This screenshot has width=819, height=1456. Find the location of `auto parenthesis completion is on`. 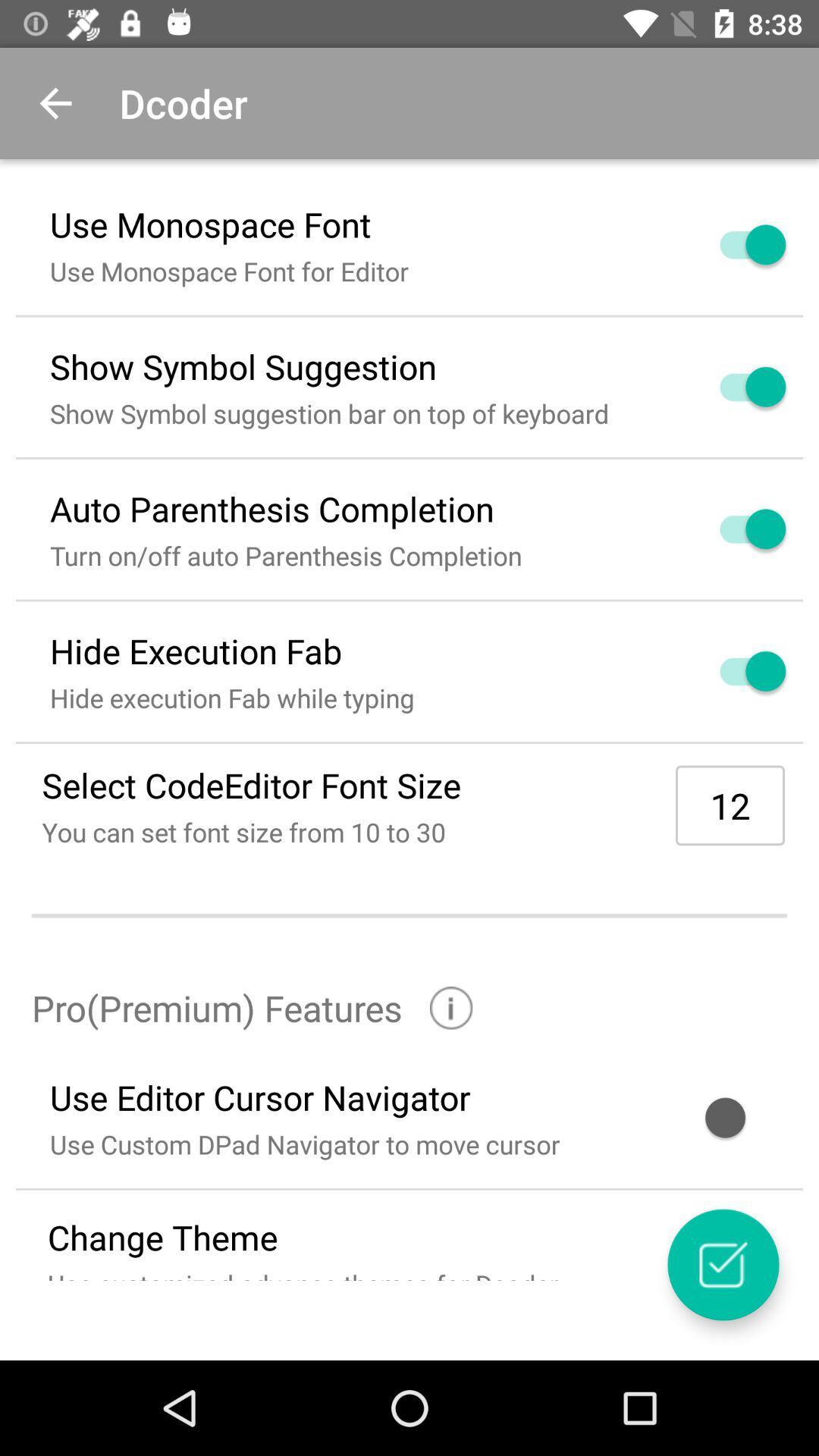

auto parenthesis completion is on is located at coordinates (734, 529).